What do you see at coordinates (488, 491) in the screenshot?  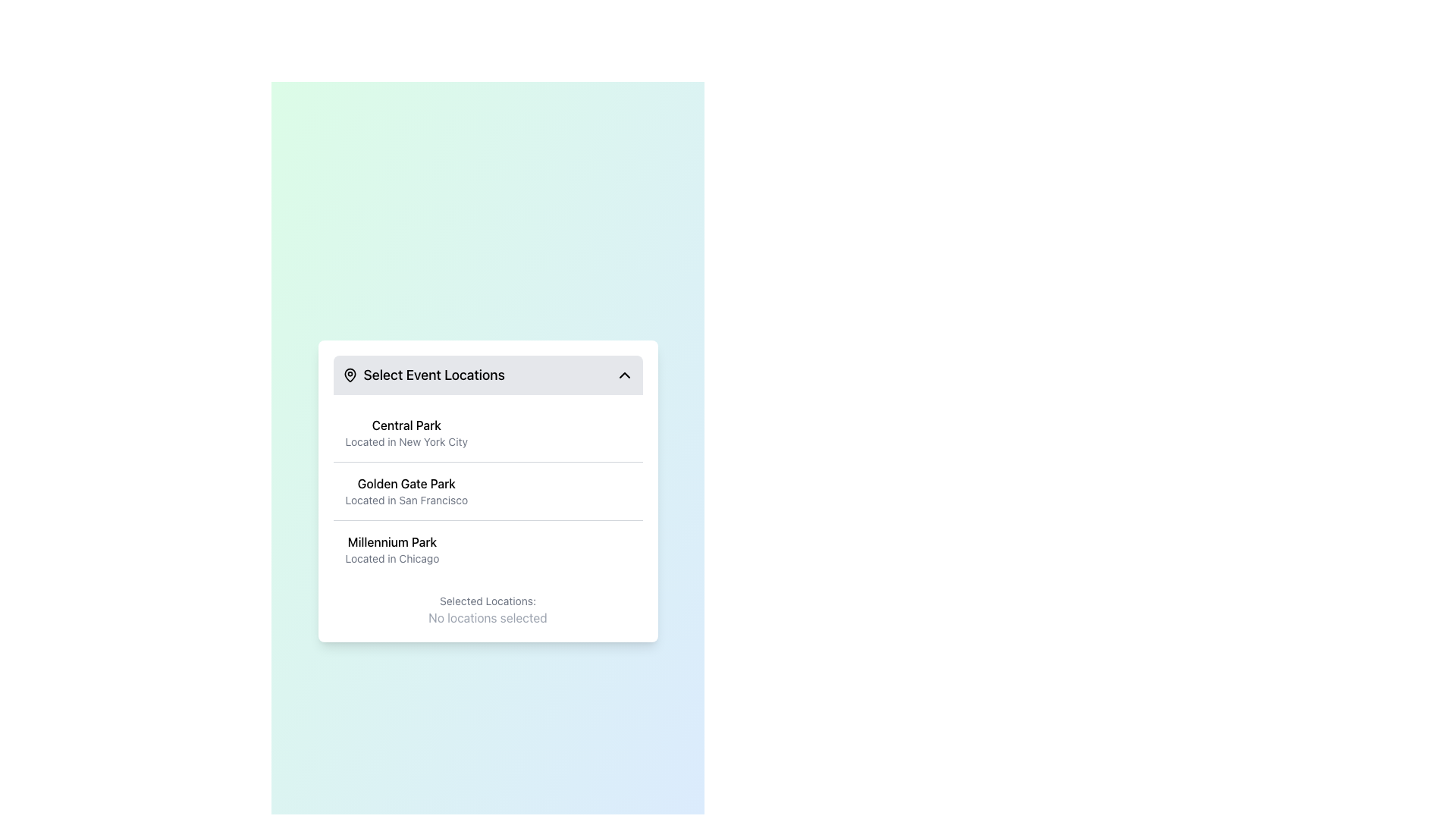 I see `the second item in the list of event location options labeled 'Golden Gate Park', which is located below 'Central Park' and above 'Millennium Park'` at bounding box center [488, 491].